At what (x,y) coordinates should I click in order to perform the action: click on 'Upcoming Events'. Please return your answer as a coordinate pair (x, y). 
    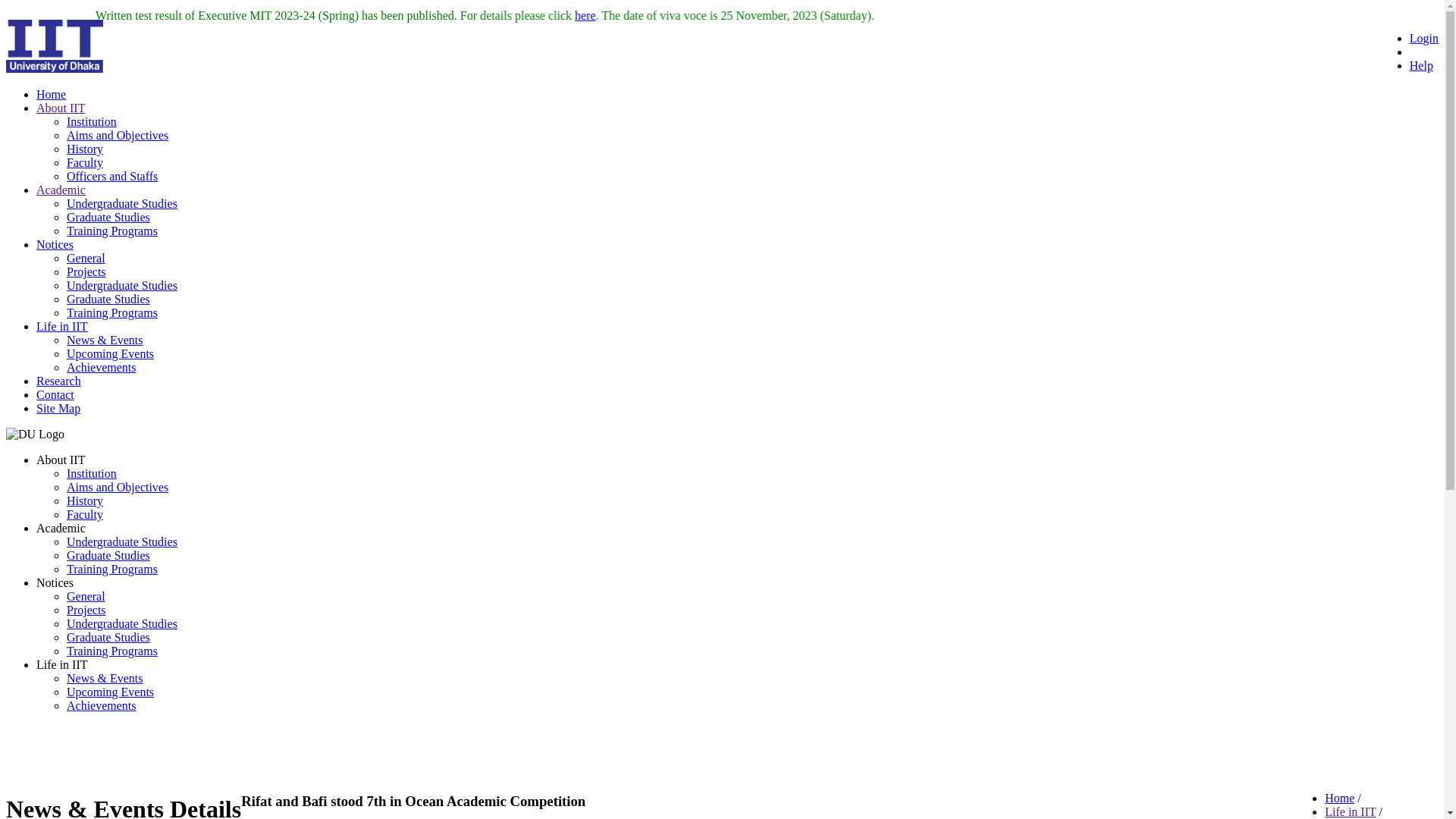
    Looking at the image, I should click on (109, 692).